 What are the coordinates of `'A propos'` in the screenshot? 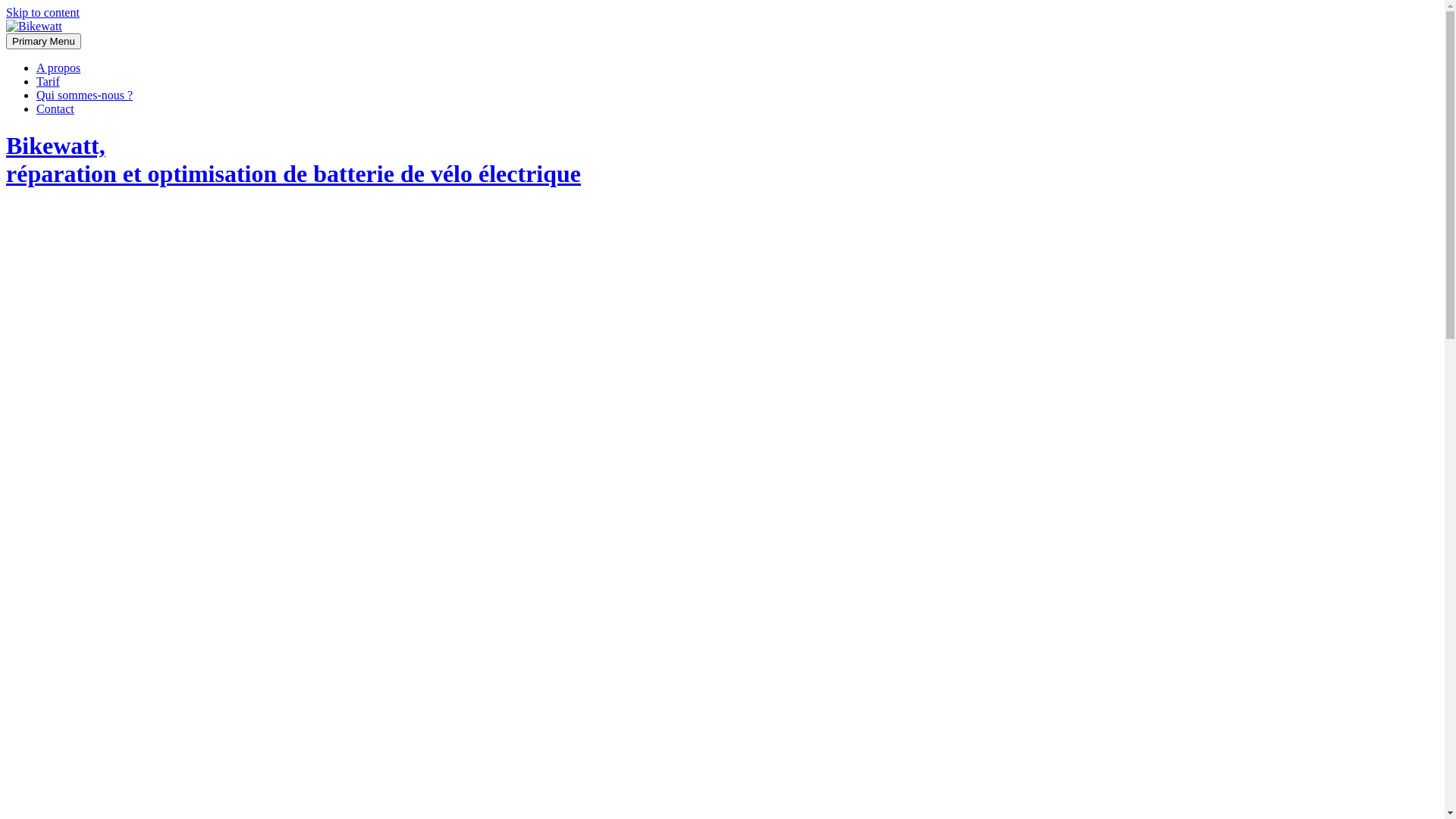 It's located at (58, 67).